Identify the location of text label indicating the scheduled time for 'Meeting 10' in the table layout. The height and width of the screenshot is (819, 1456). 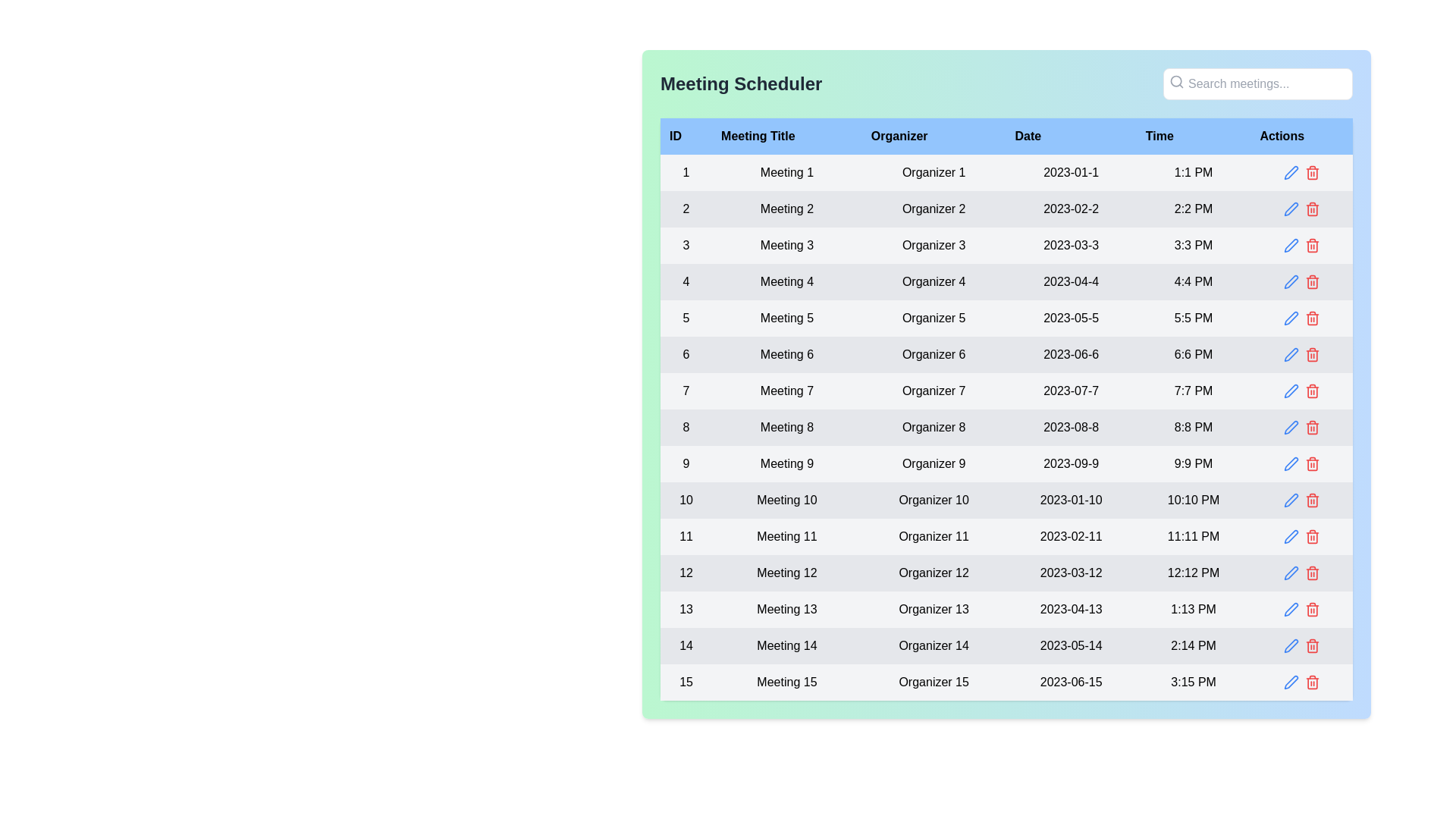
(1193, 500).